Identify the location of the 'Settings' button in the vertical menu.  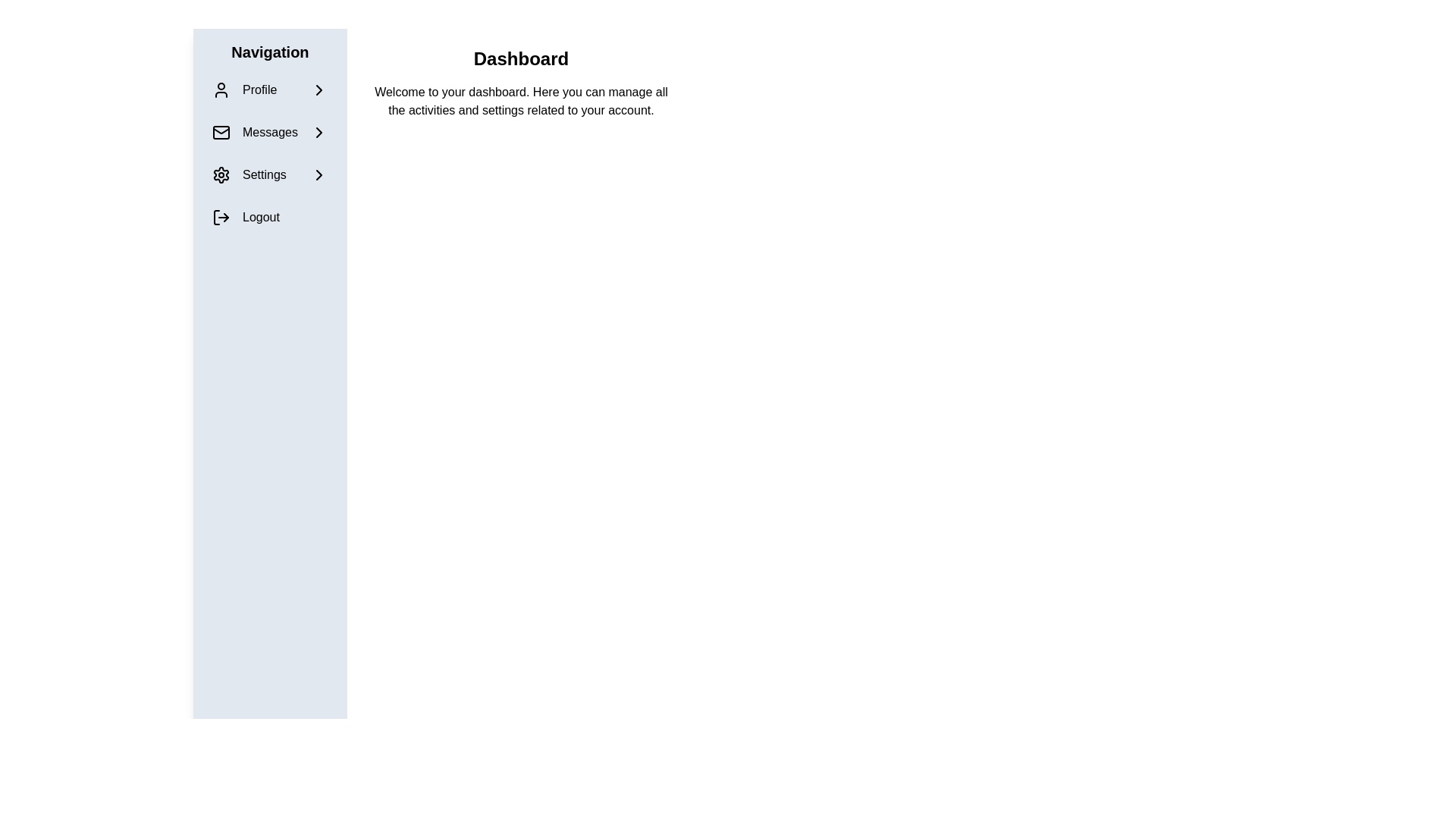
(270, 174).